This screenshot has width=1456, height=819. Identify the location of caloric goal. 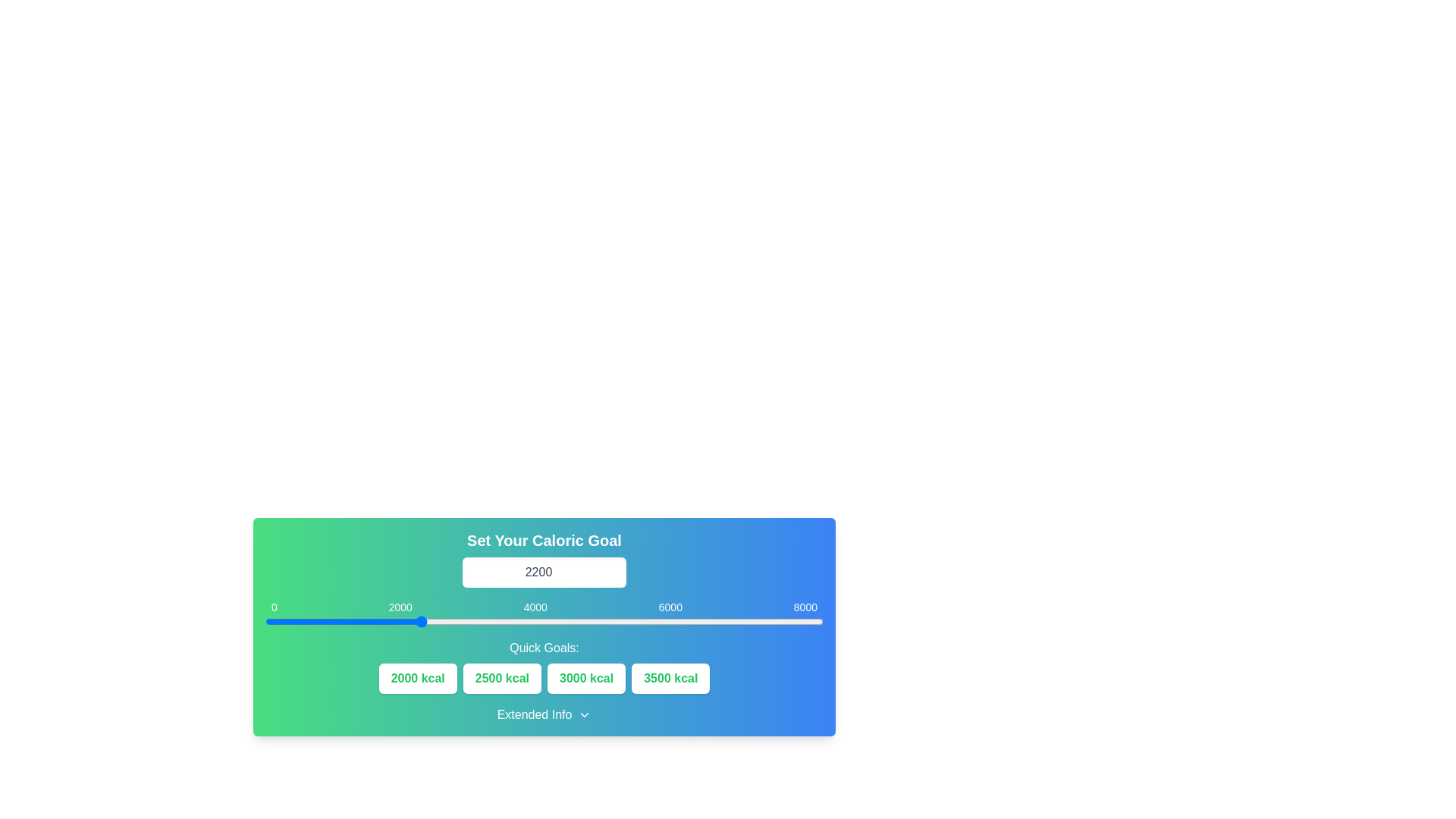
(799, 622).